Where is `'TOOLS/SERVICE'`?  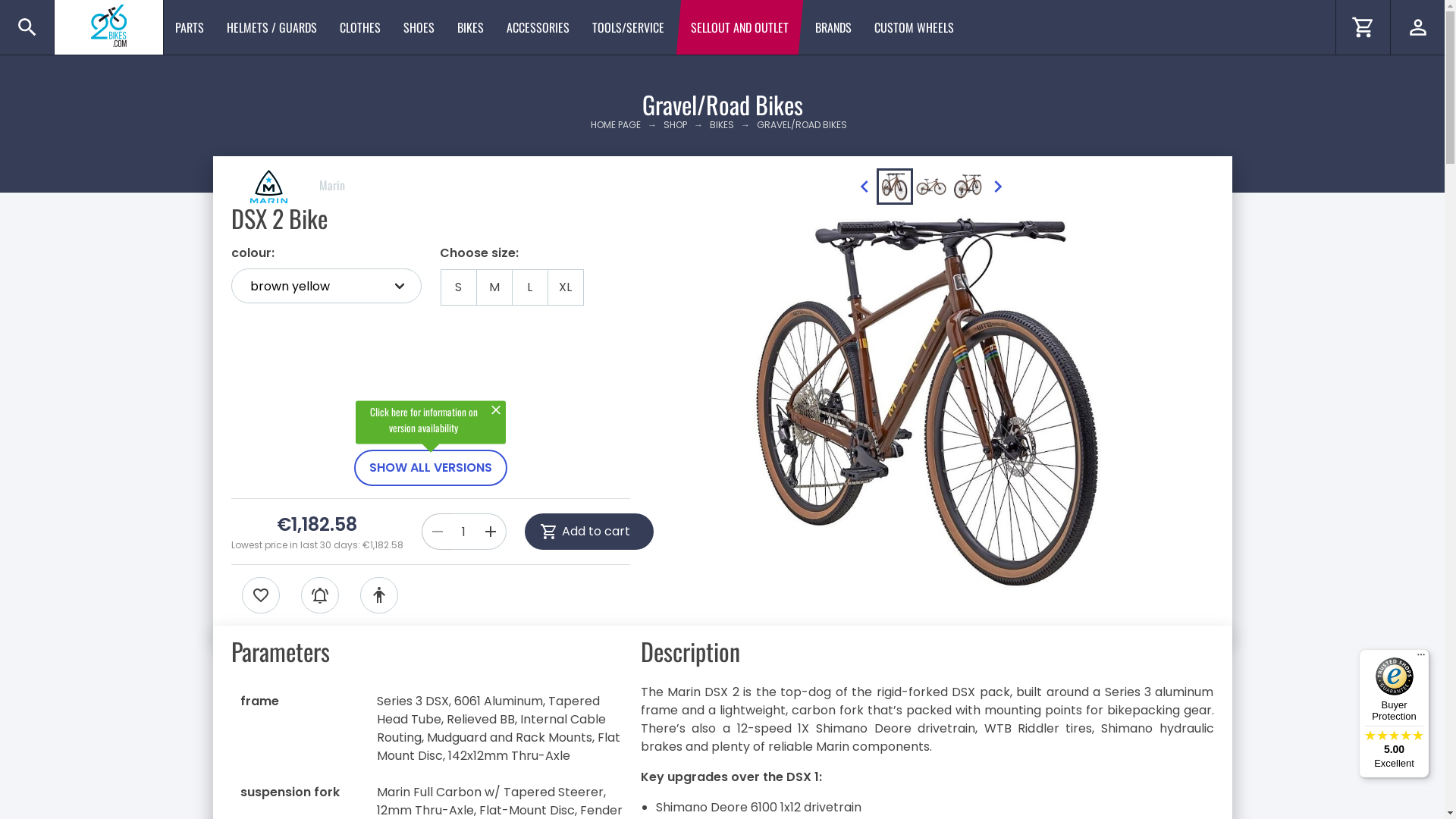
'TOOLS/SERVICE' is located at coordinates (628, 27).